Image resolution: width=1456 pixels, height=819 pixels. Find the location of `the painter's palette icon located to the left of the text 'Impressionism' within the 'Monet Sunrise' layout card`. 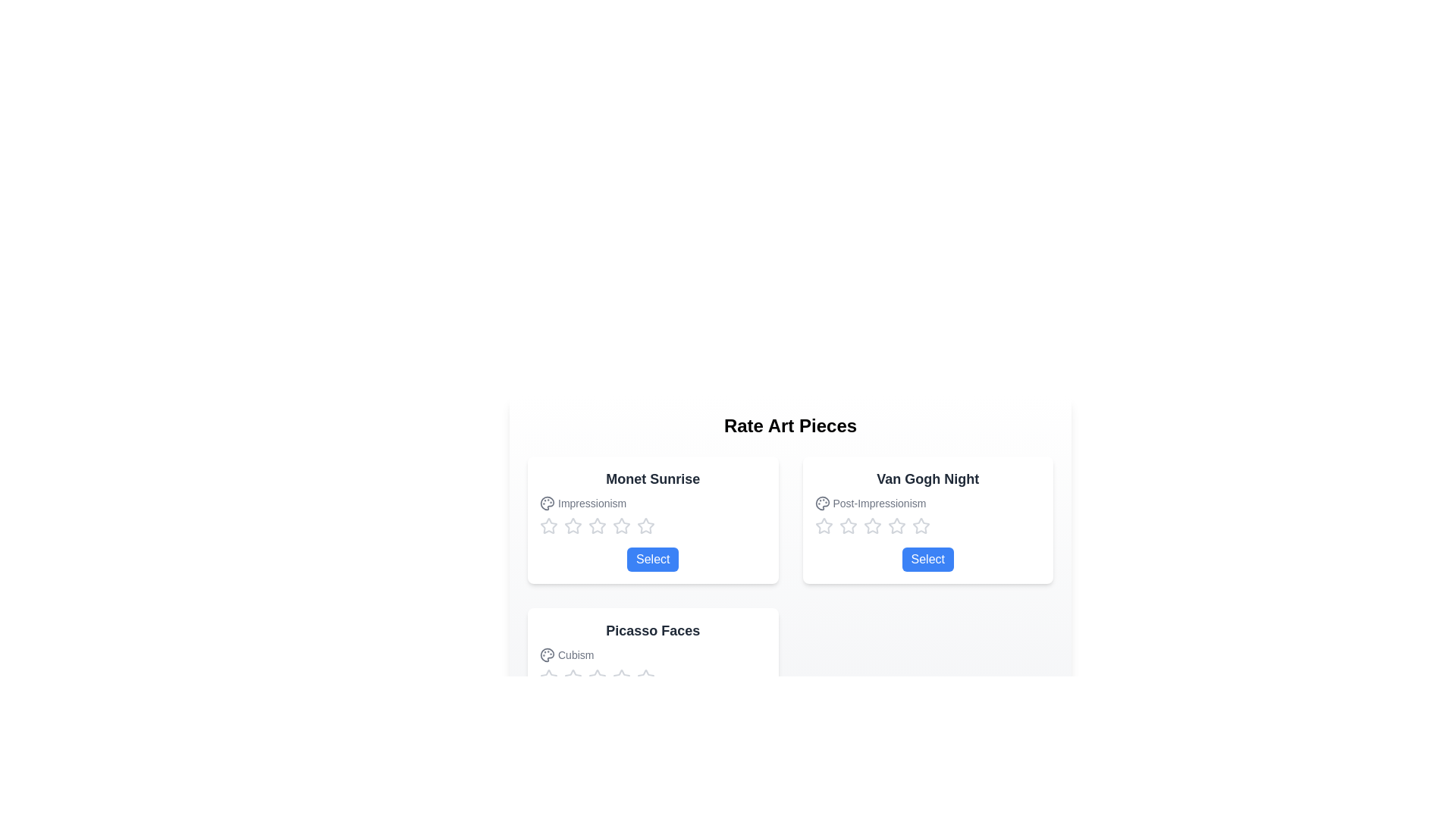

the painter's palette icon located to the left of the text 'Impressionism' within the 'Monet Sunrise' layout card is located at coordinates (546, 503).